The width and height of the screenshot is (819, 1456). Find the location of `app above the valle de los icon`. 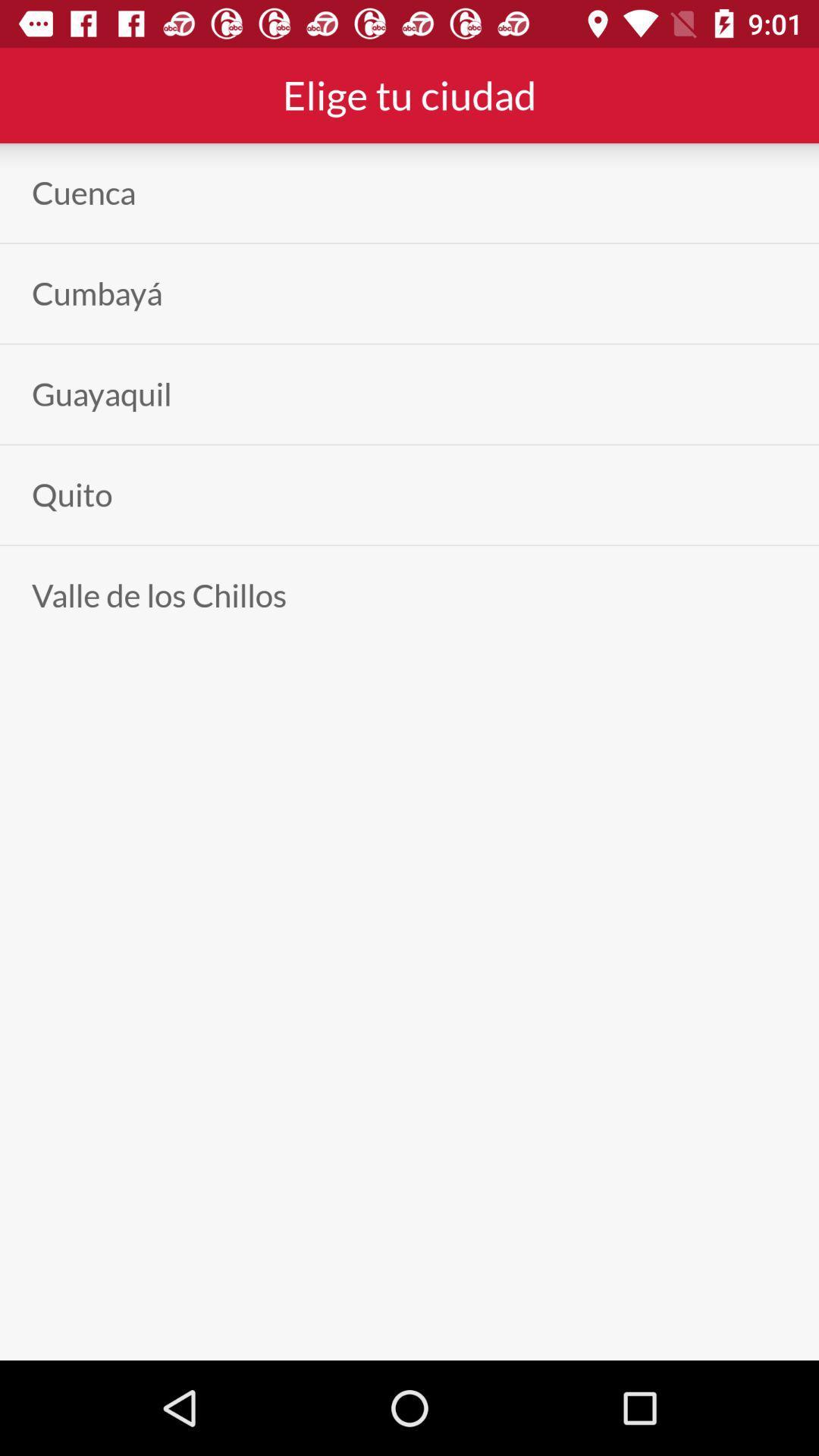

app above the valle de los icon is located at coordinates (72, 494).